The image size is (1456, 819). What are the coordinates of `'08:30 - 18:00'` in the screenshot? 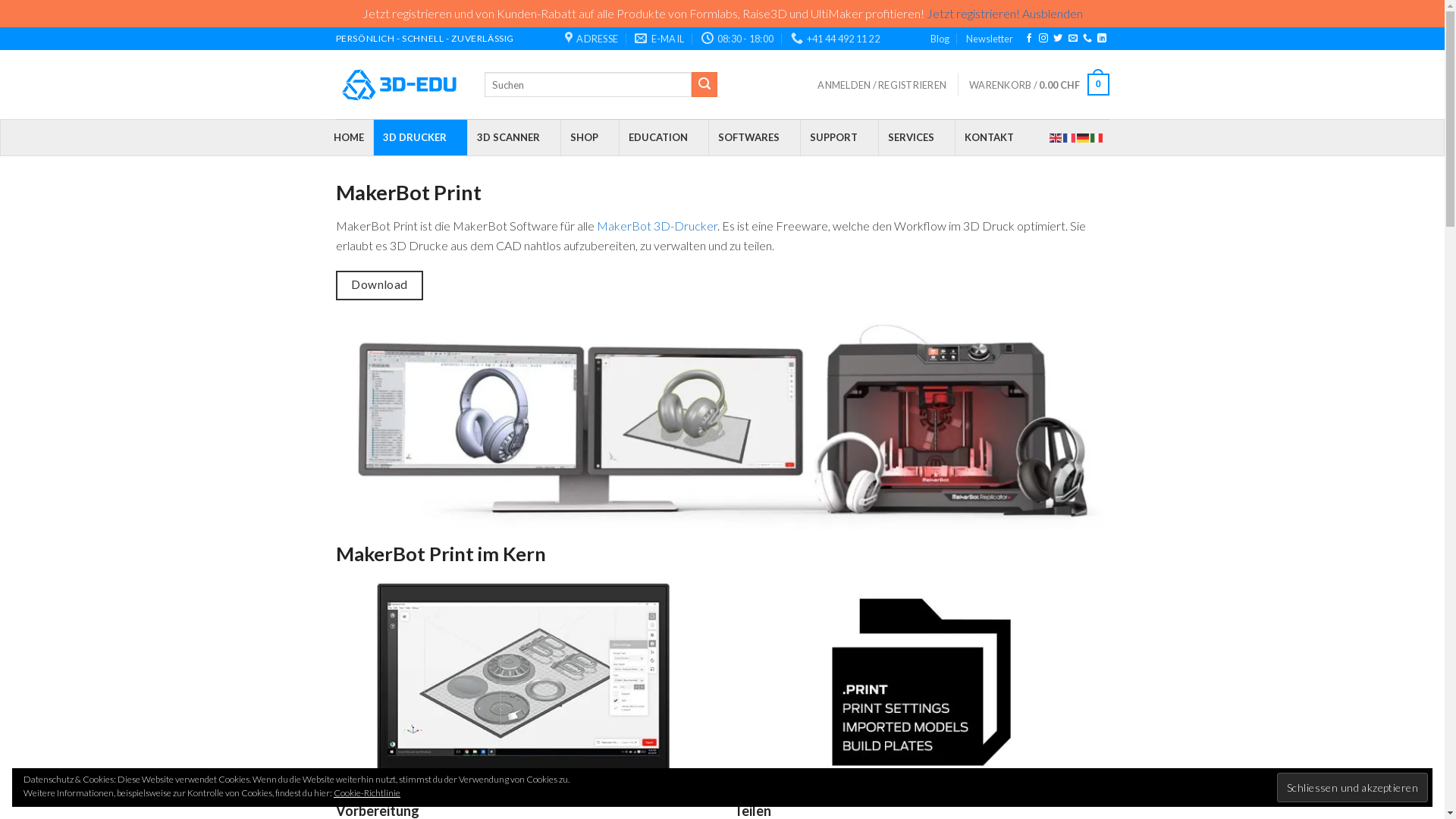 It's located at (701, 37).